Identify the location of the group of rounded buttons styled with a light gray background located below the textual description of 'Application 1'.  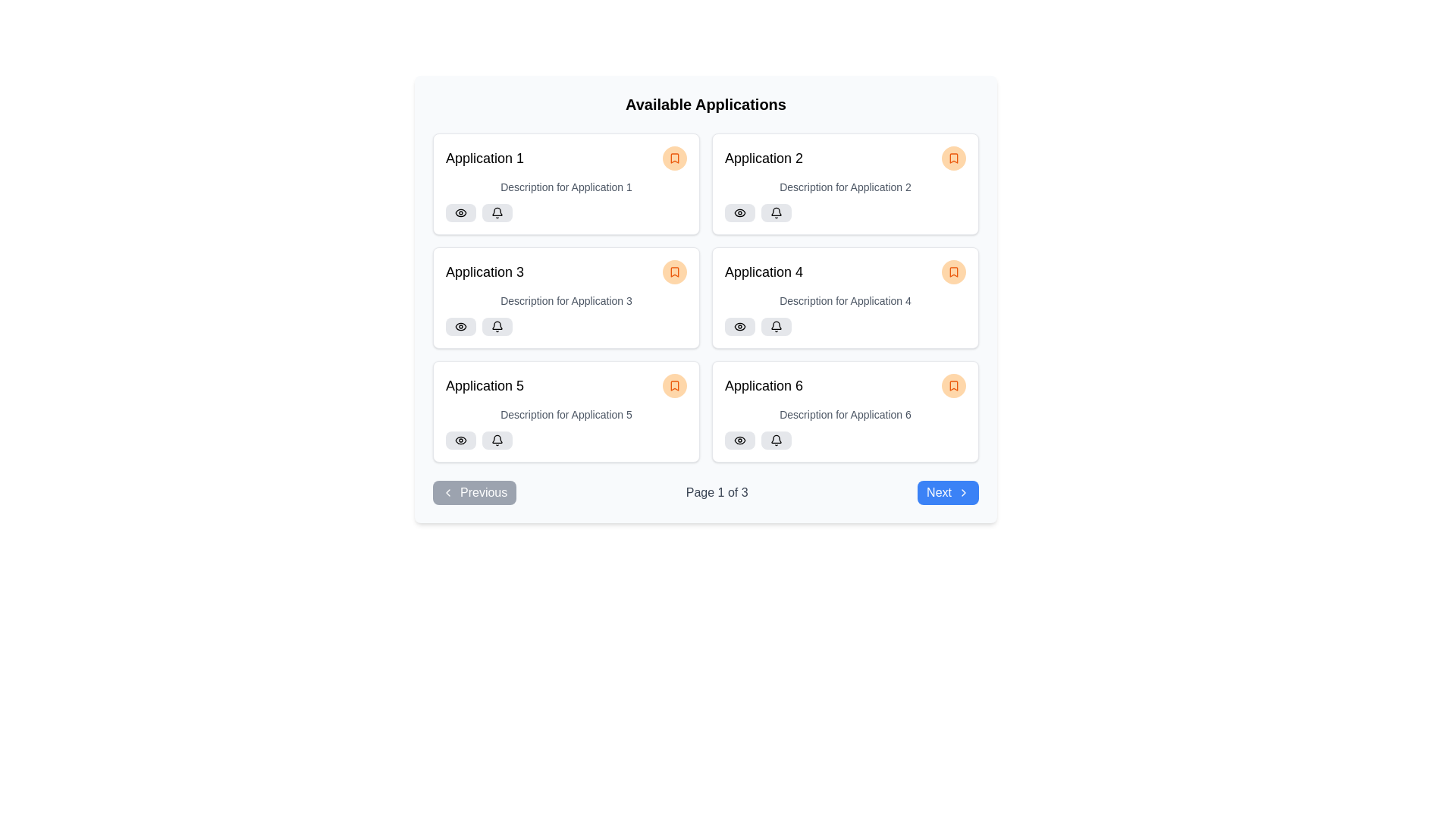
(566, 213).